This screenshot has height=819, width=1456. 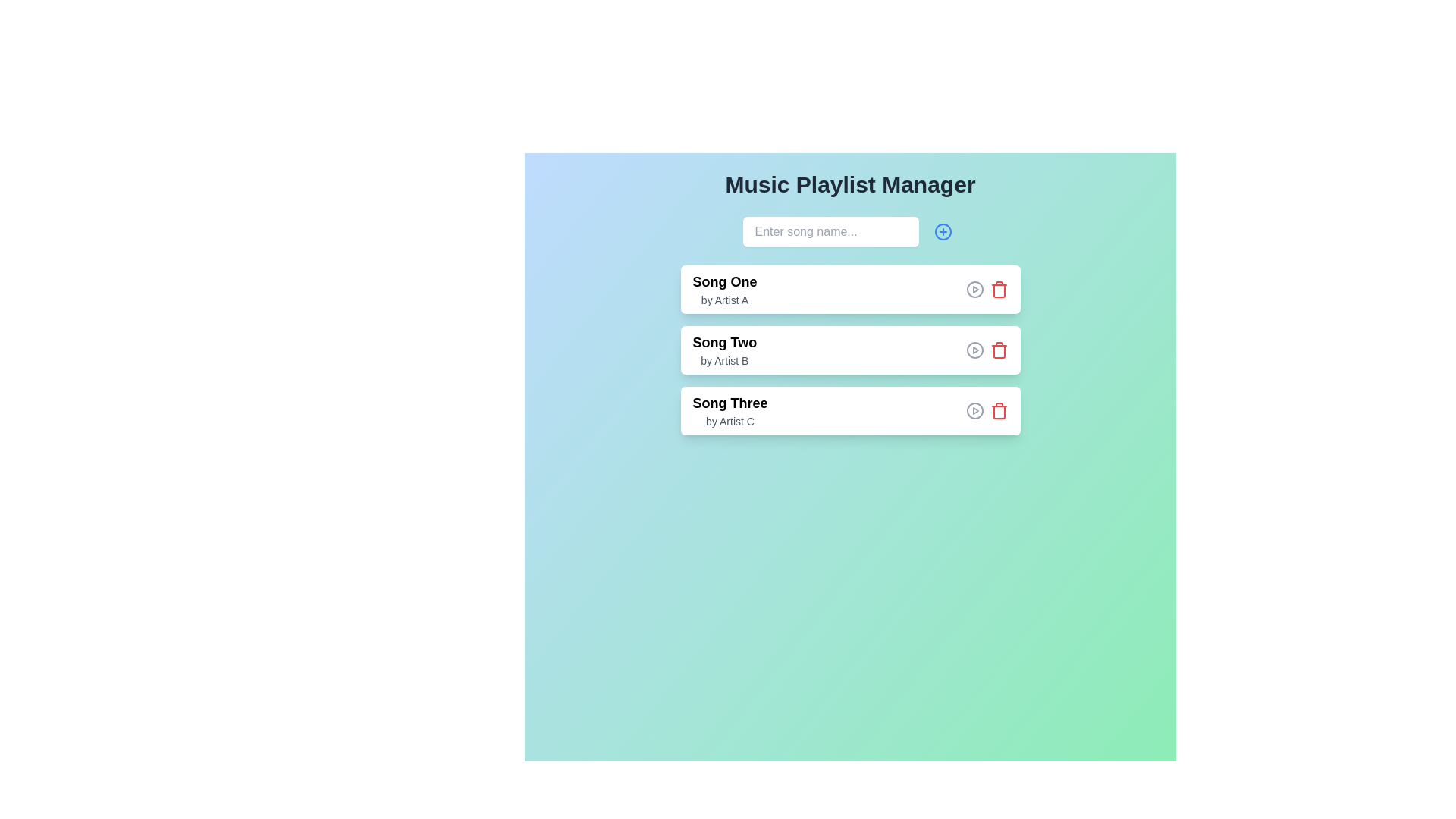 I want to click on the circular button with a blue outlined plus symbol located to the right of the song search input field, so click(x=942, y=231).